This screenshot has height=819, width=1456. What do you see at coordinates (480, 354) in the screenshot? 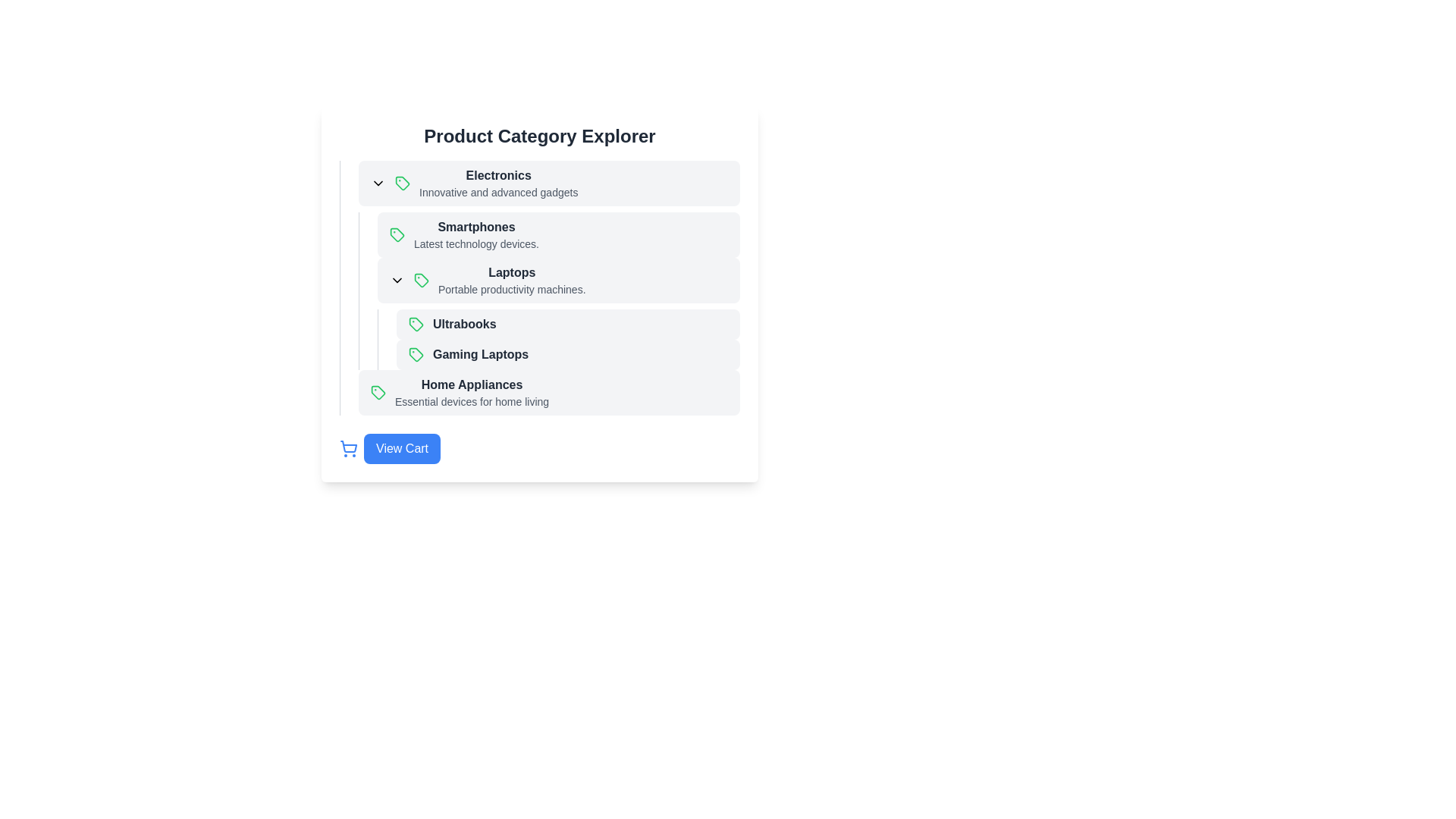
I see `the static text label 'Gaming Laptops' which is styled with bold grayish text and is the third item under the 'Laptops' category in the 'Product Category Explorer' section` at bounding box center [480, 354].